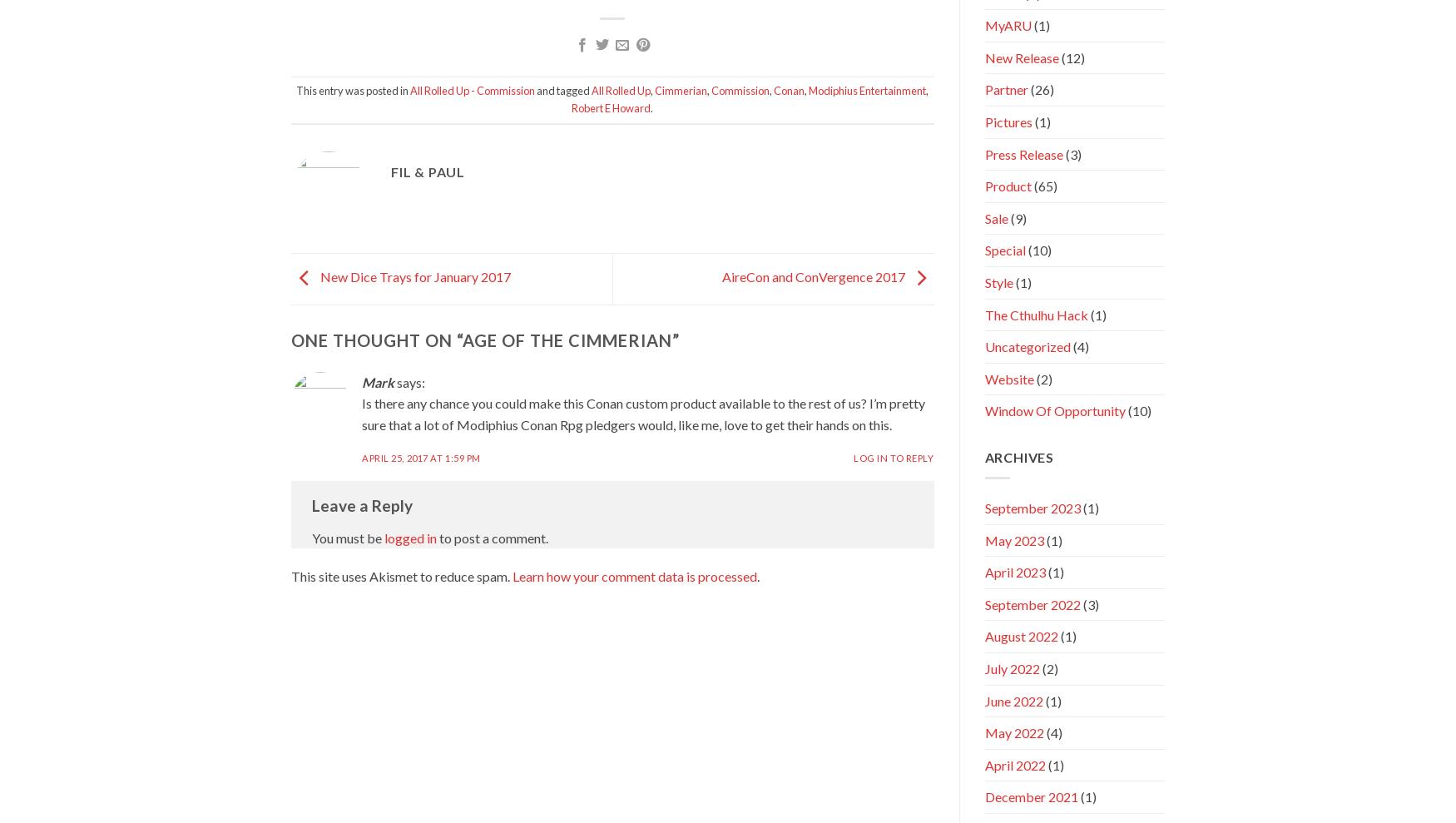 This screenshot has height=823, width=1456. I want to click on 'Modiphius Entertainment', so click(866, 90).